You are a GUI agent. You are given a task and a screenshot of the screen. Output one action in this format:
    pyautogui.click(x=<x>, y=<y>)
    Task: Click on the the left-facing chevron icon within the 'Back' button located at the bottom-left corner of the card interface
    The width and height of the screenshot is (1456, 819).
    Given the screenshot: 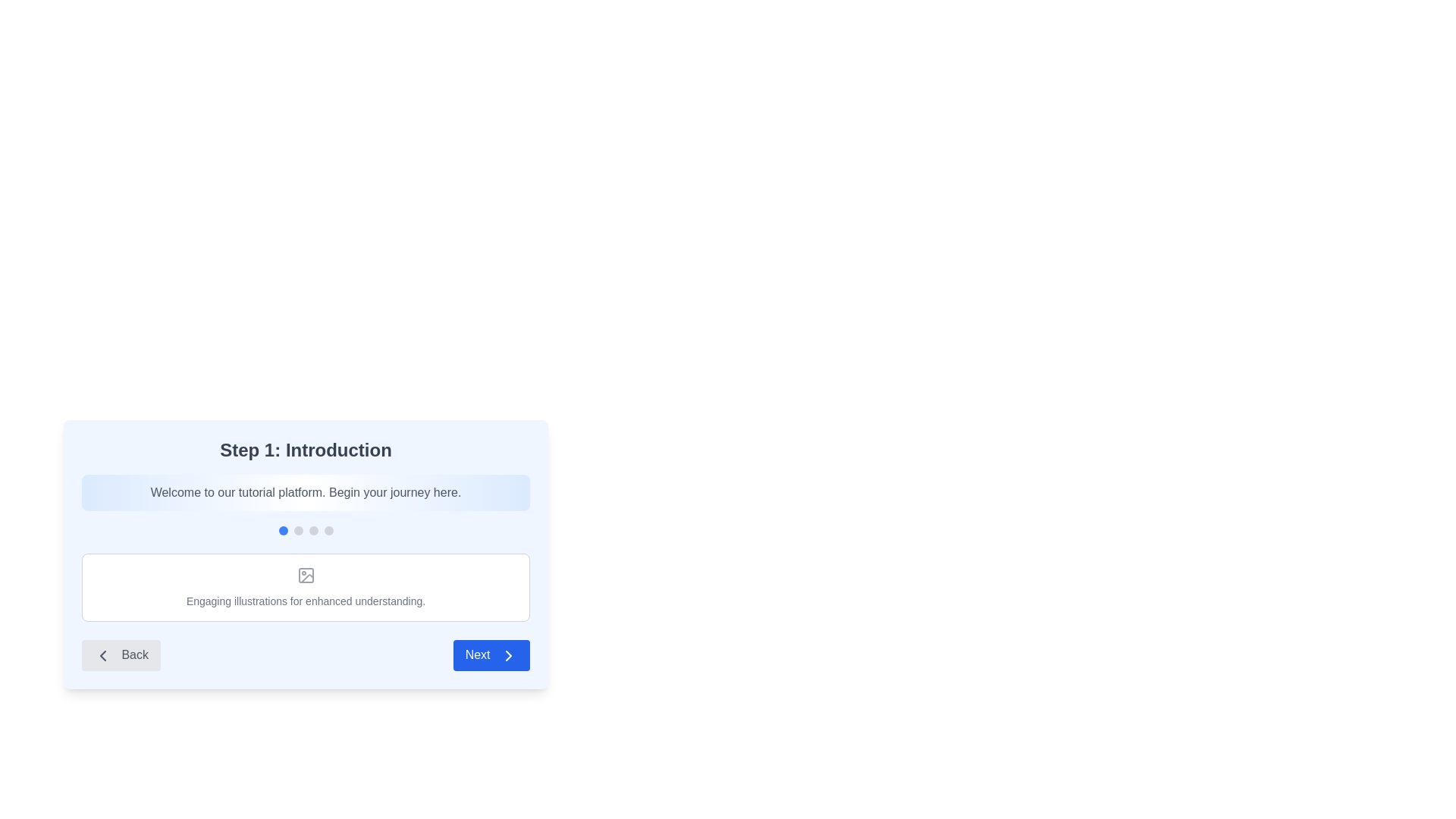 What is the action you would take?
    pyautogui.click(x=102, y=654)
    